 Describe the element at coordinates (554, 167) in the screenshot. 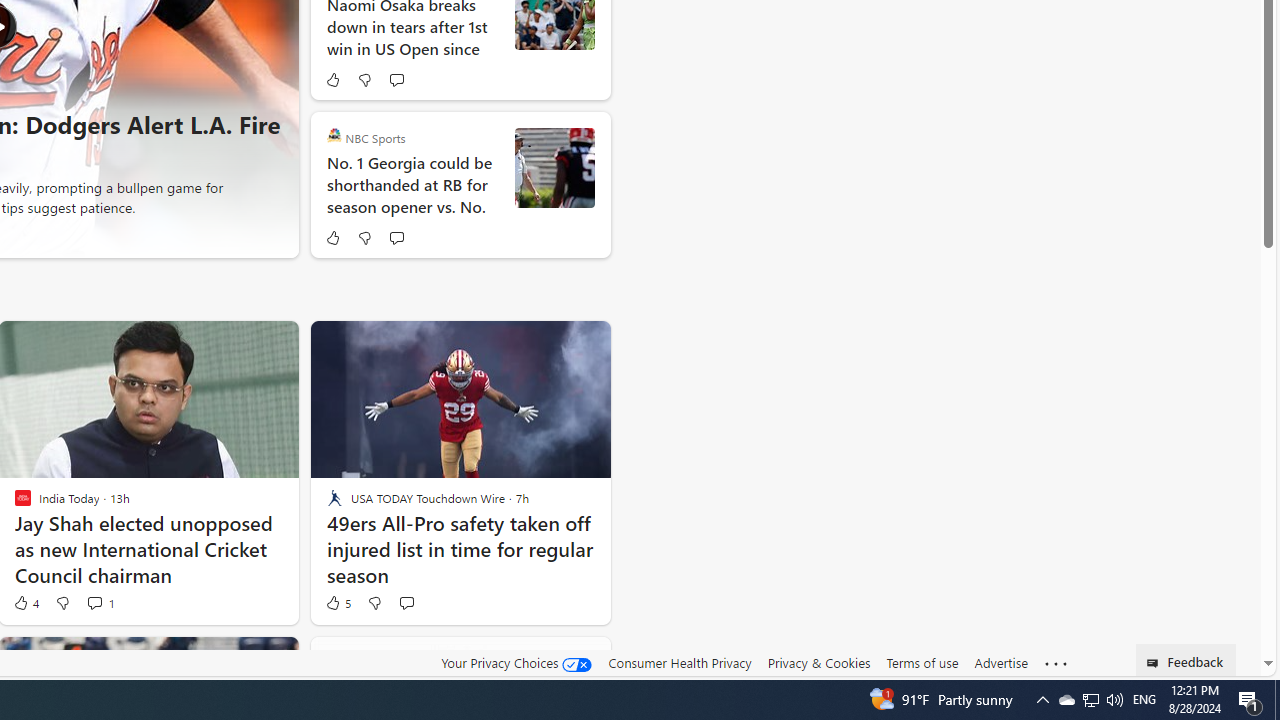

I see `'Kirby Smart'` at that location.